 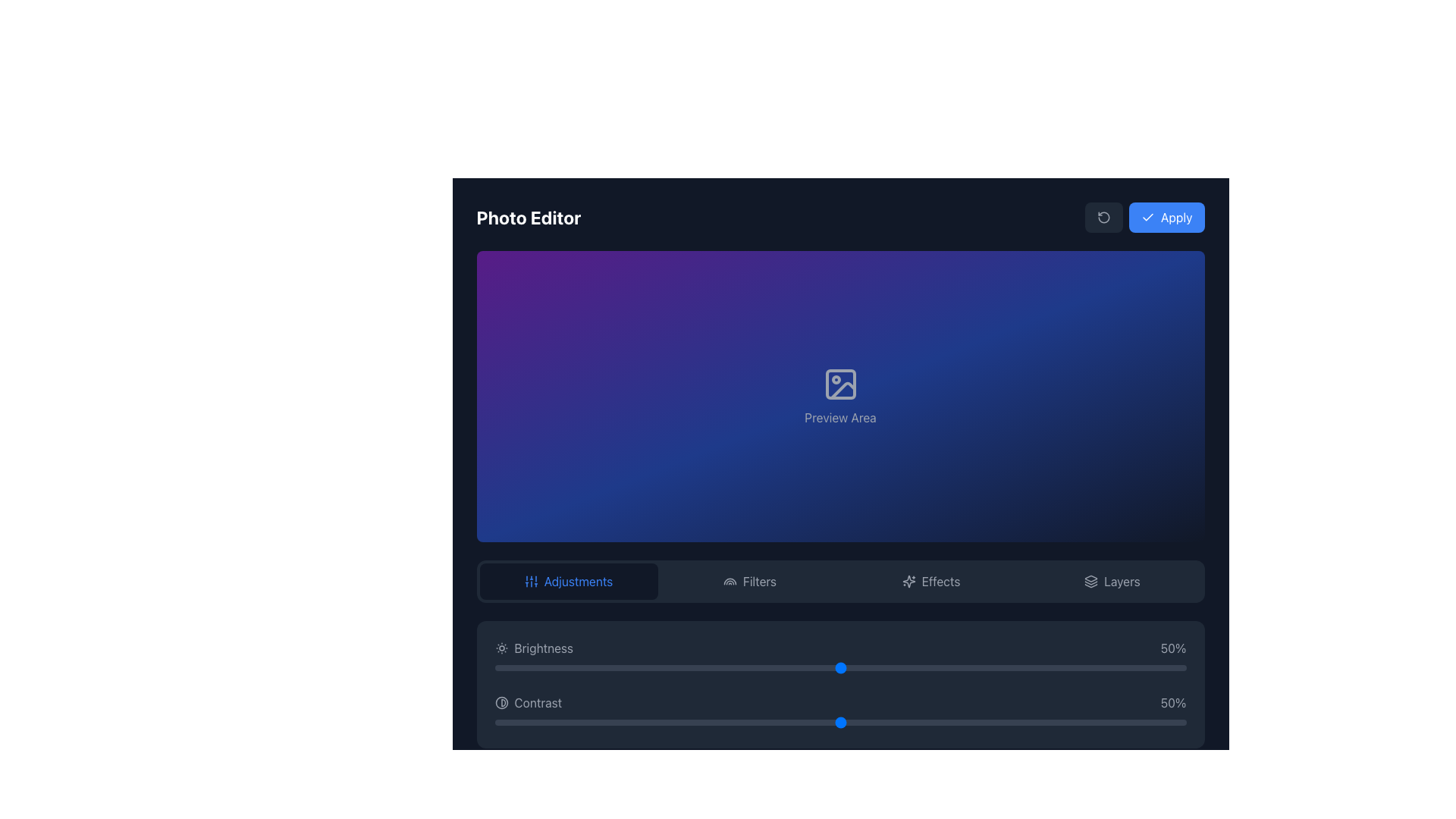 I want to click on the icon resembling an image with a mountain and a circle, which is centrally located within the blue-purple gradient area labeled as 'Preview Area', so click(x=839, y=383).